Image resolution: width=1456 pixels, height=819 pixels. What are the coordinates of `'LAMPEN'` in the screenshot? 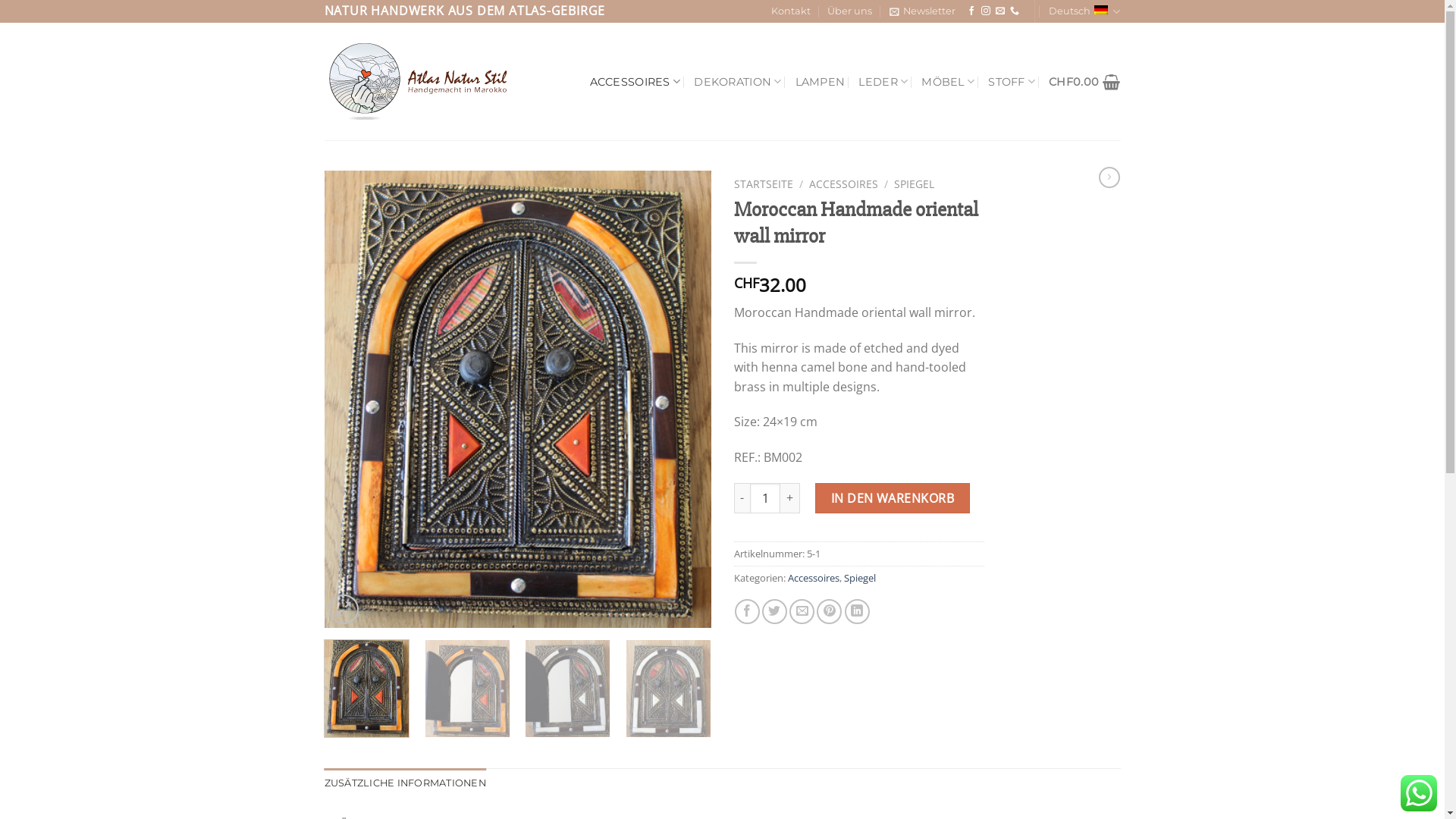 It's located at (819, 82).